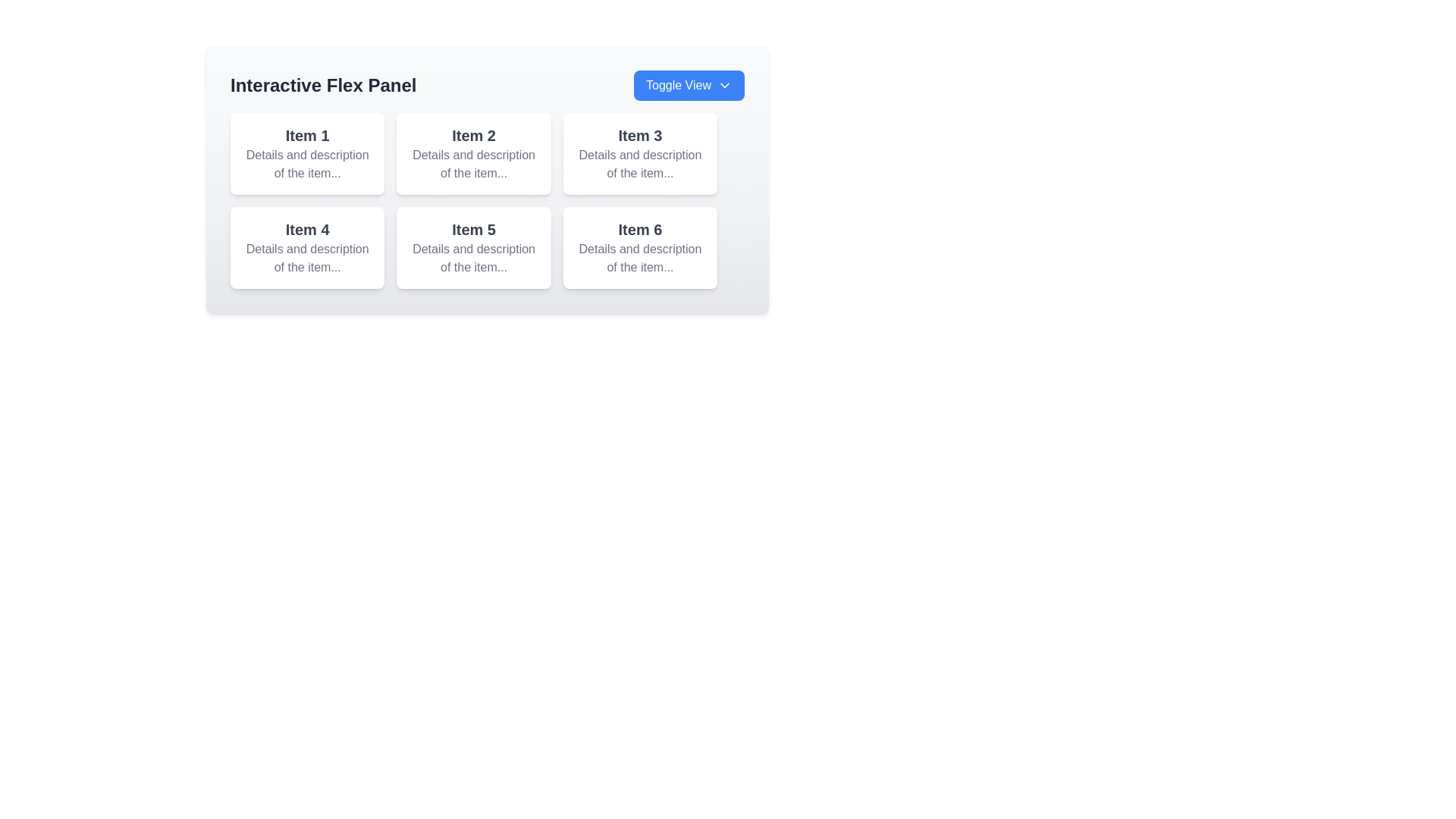 Image resolution: width=1456 pixels, height=819 pixels. Describe the element at coordinates (473, 134) in the screenshot. I see `the title text 'Item 2' located in the second card of a grid` at that location.